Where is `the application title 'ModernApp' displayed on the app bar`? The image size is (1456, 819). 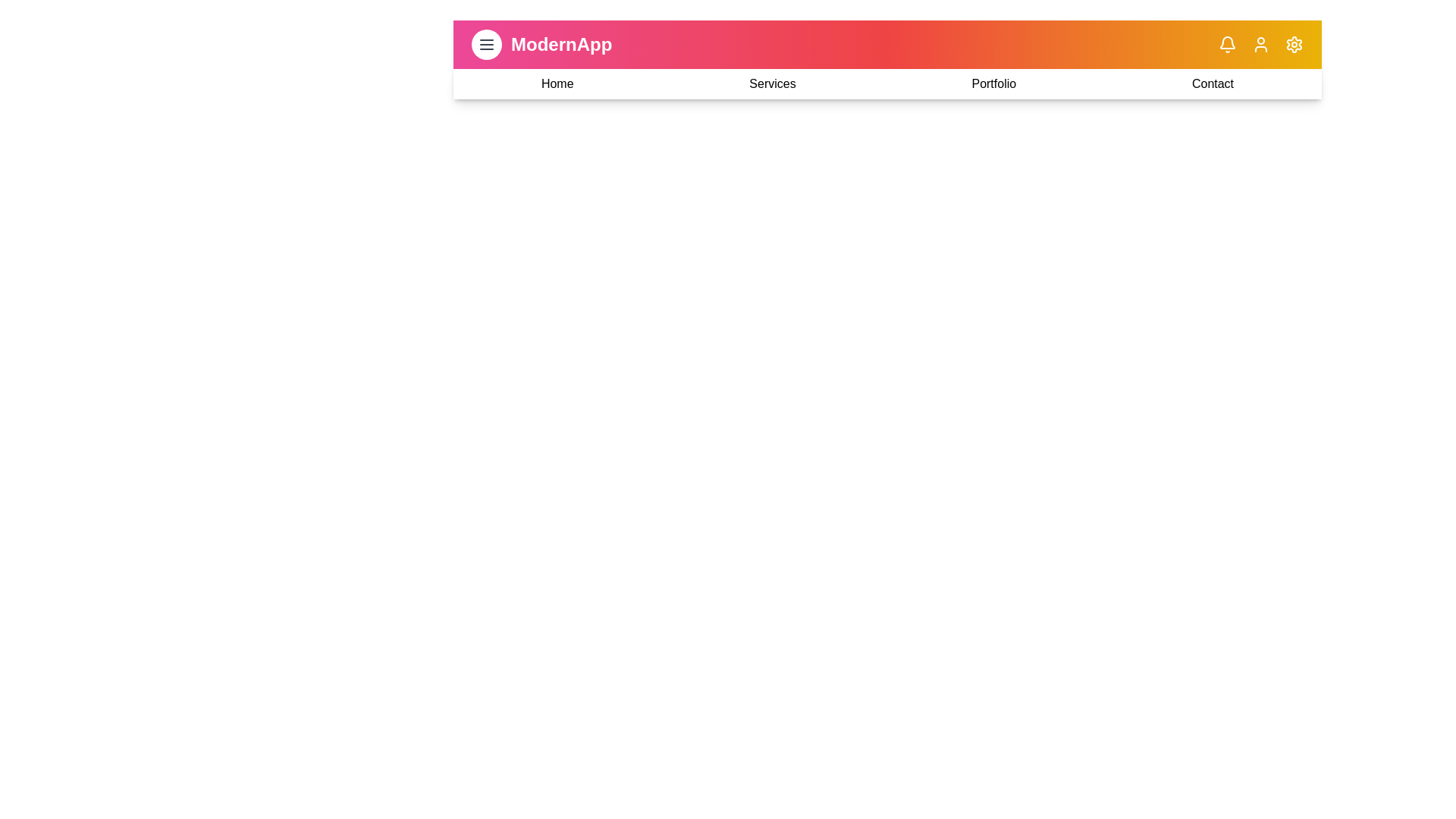
the application title 'ModernApp' displayed on the app bar is located at coordinates (560, 43).